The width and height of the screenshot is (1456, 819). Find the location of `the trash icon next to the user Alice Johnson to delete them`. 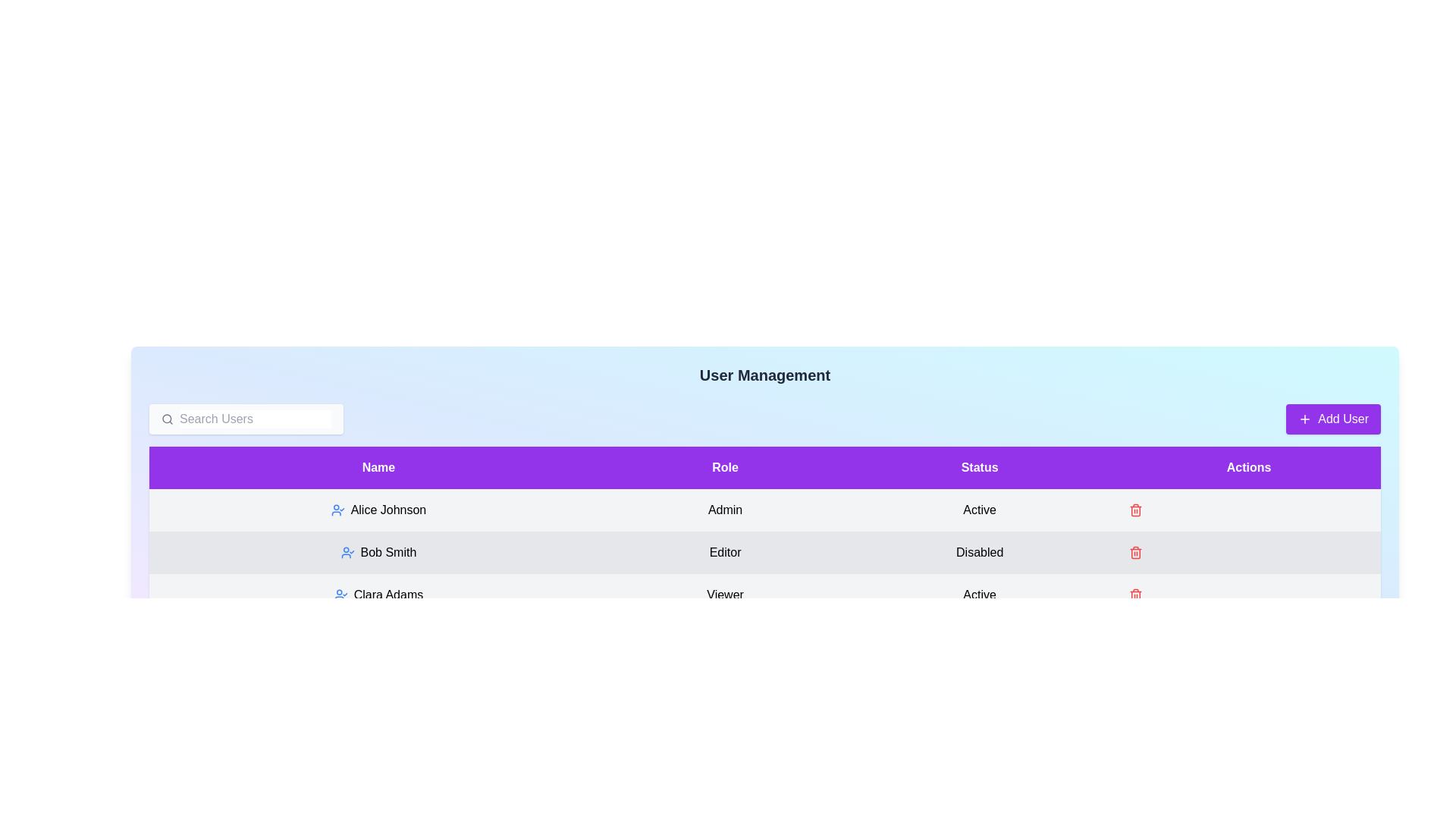

the trash icon next to the user Alice Johnson to delete them is located at coordinates (1135, 510).